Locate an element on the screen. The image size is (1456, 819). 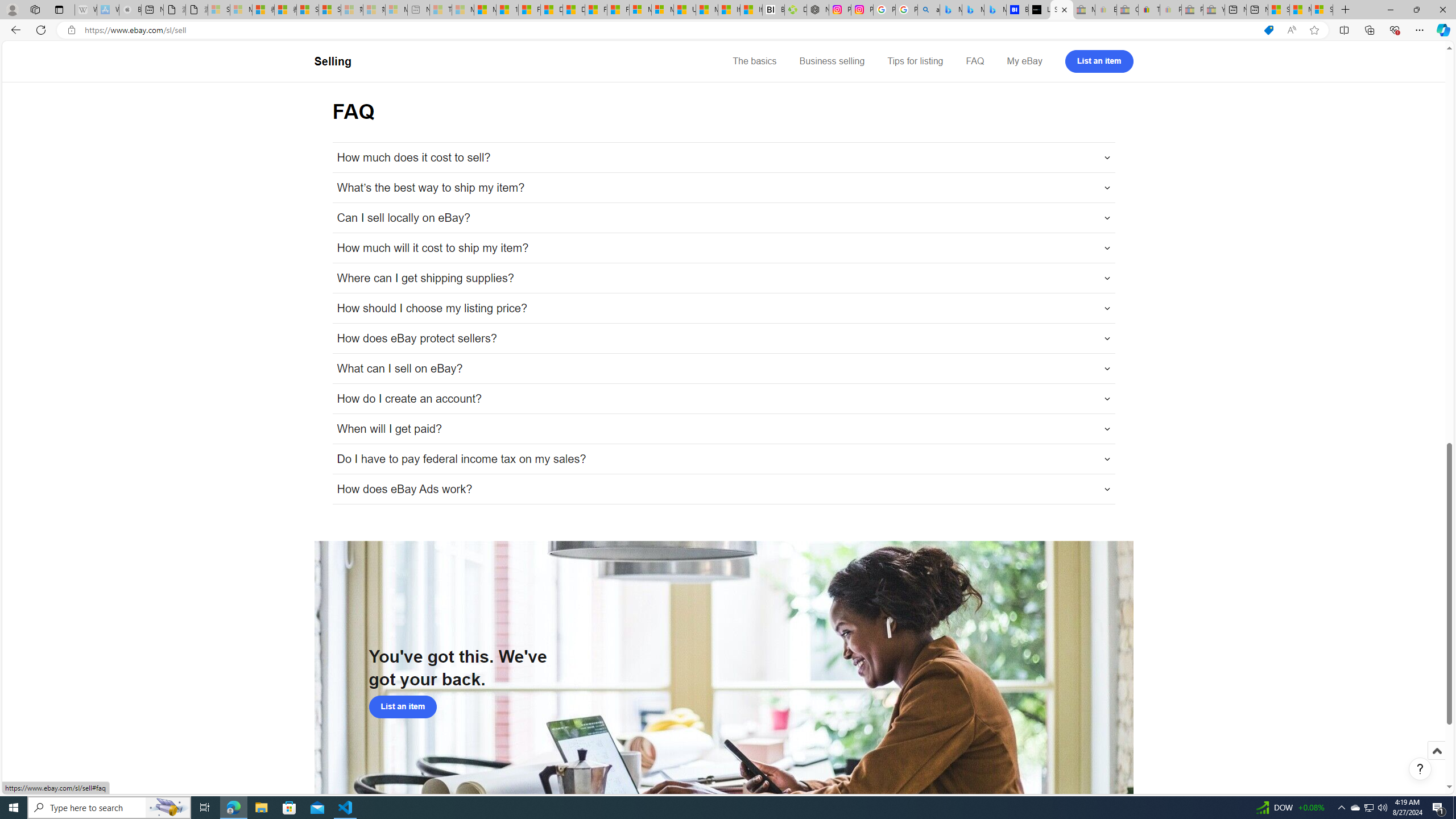
'FAQ' is located at coordinates (974, 61).